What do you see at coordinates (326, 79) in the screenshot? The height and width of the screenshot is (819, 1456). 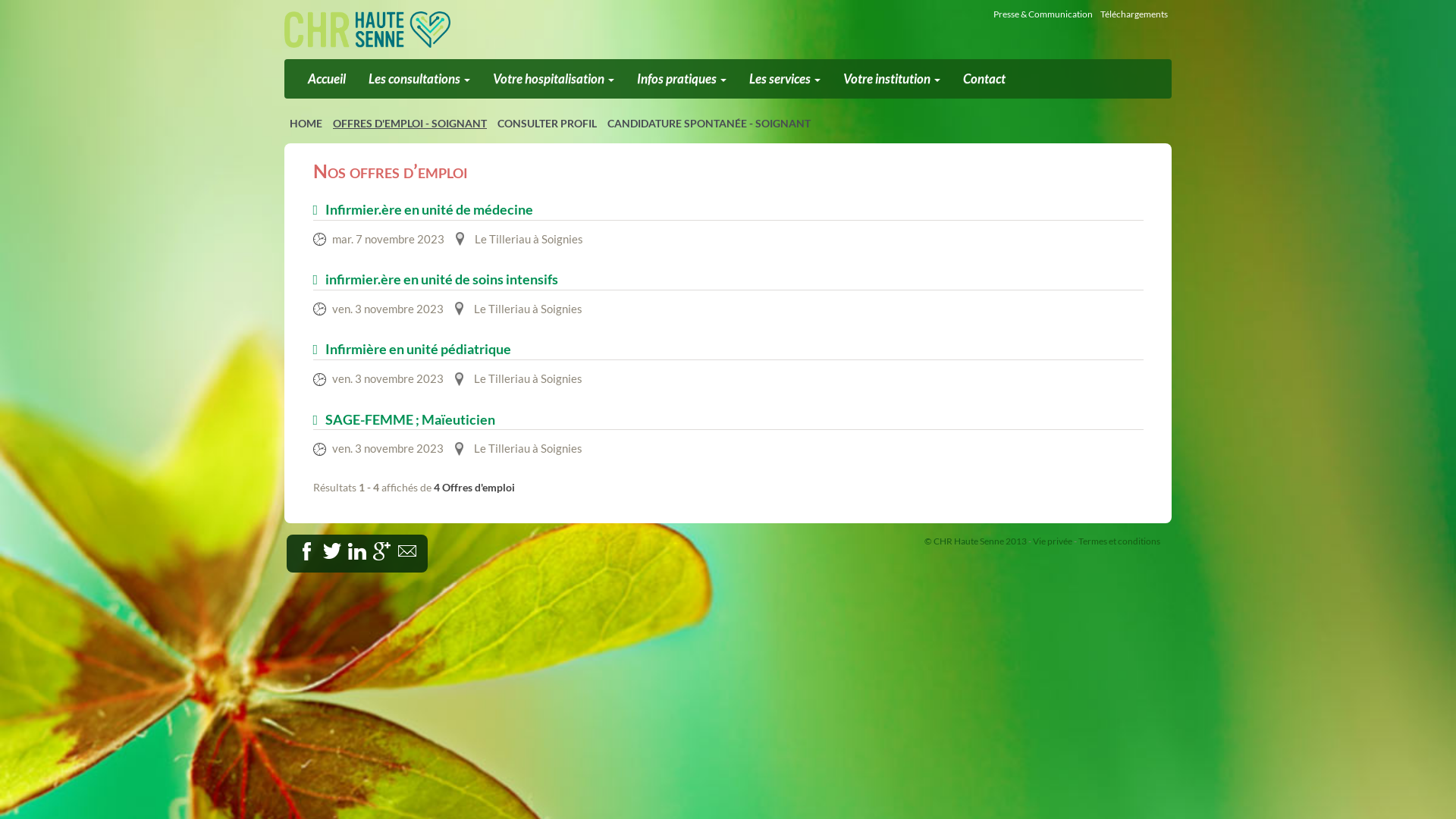 I see `'Accueil'` at bounding box center [326, 79].